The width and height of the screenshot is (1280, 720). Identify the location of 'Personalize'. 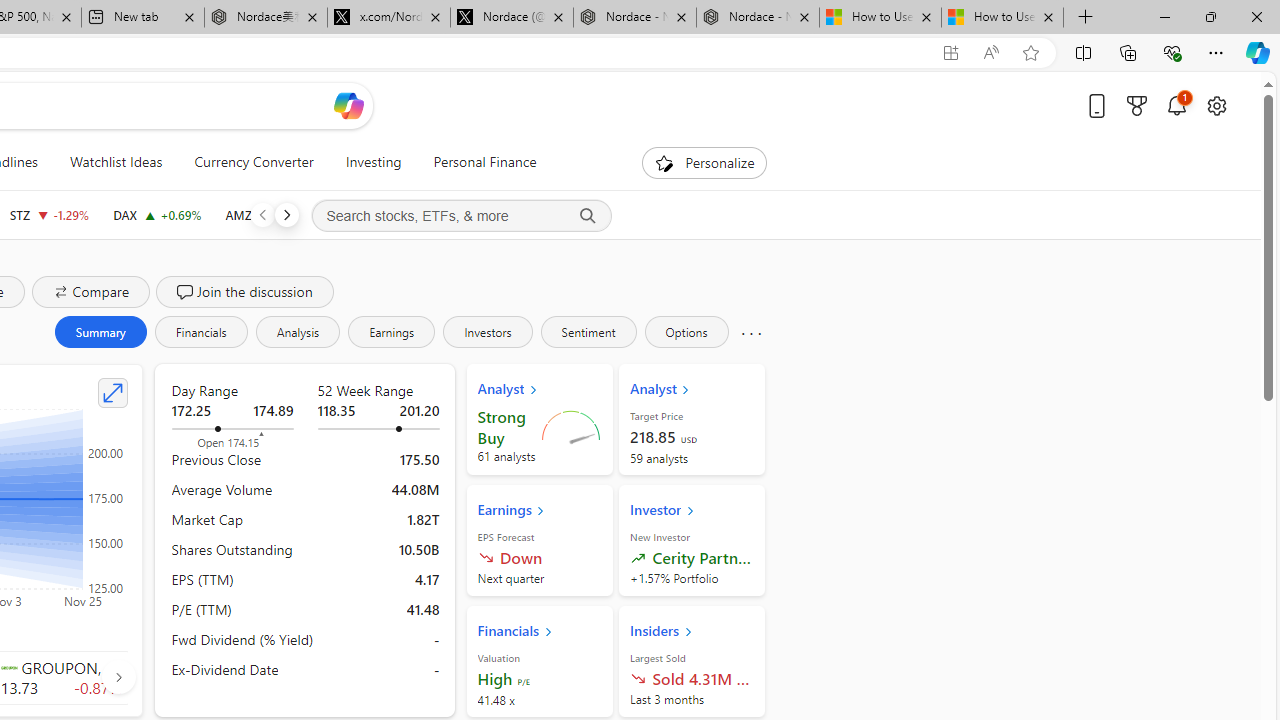
(704, 162).